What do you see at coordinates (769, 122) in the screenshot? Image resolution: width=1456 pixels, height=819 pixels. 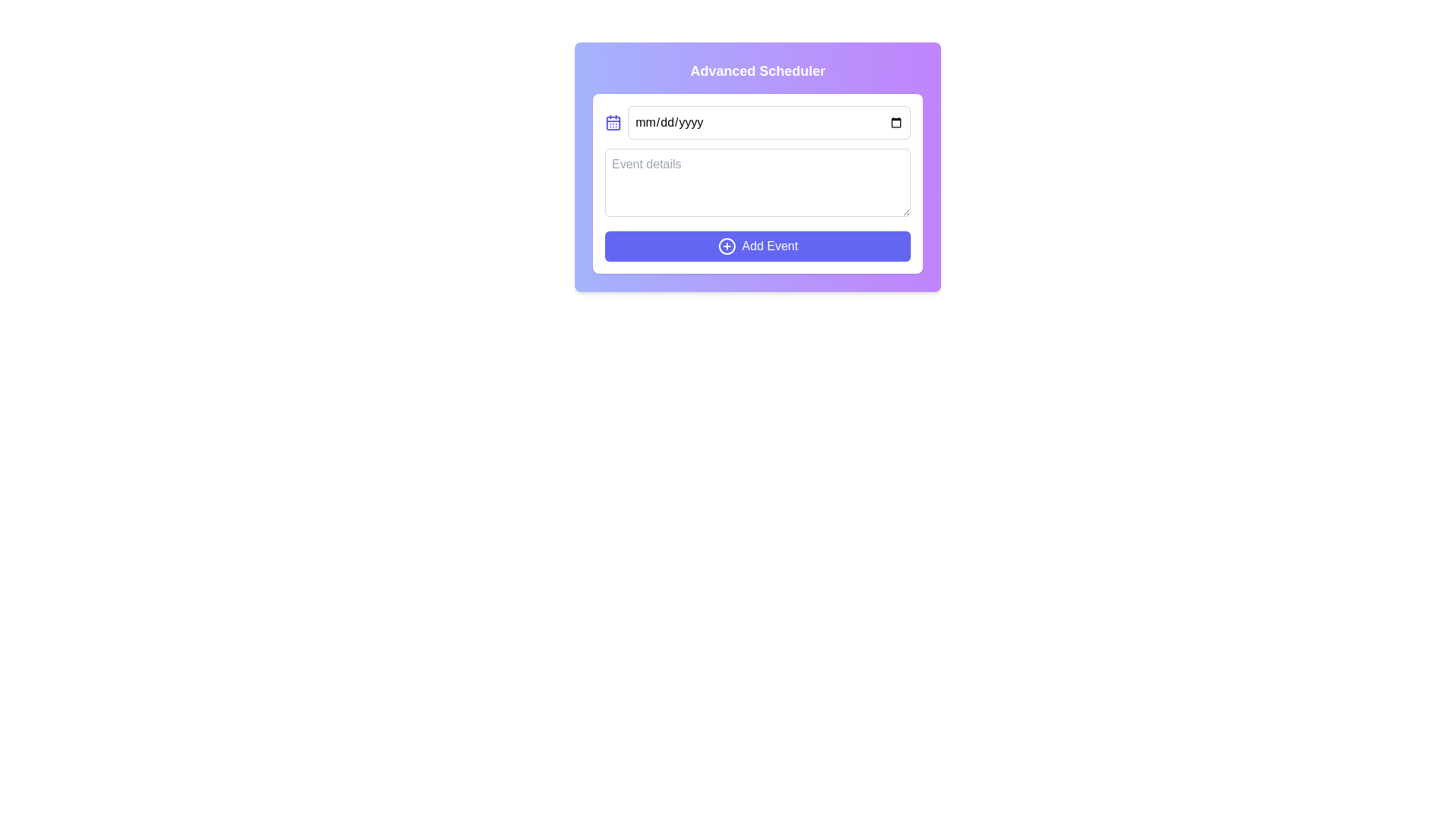 I see `a date from the date picker available in the date input field styled with a rounded border, located beside a calendar icon in the 'Advanced Scheduler' modal` at bounding box center [769, 122].